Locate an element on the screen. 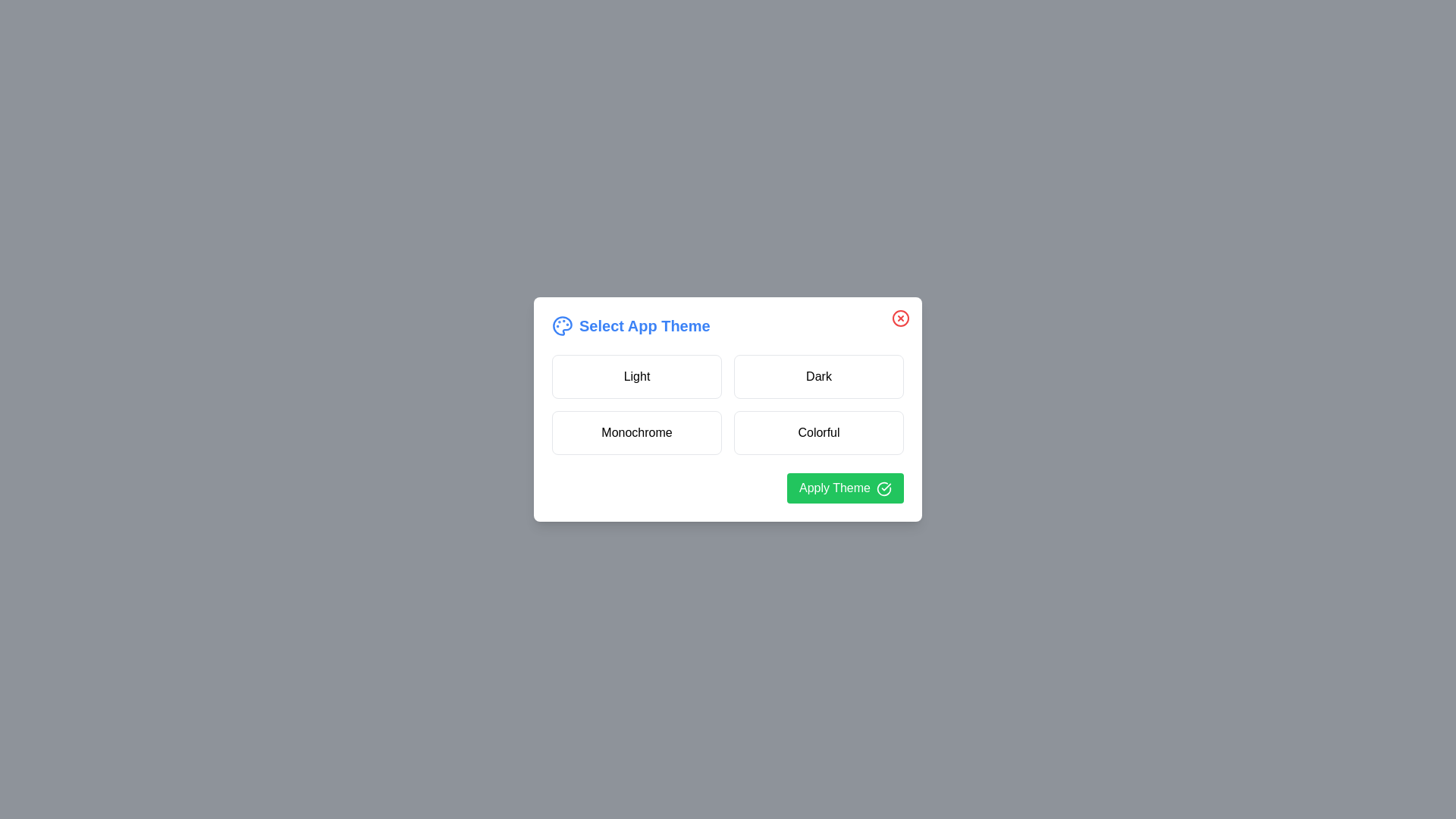  the close button to close the dialog is located at coordinates (901, 318).